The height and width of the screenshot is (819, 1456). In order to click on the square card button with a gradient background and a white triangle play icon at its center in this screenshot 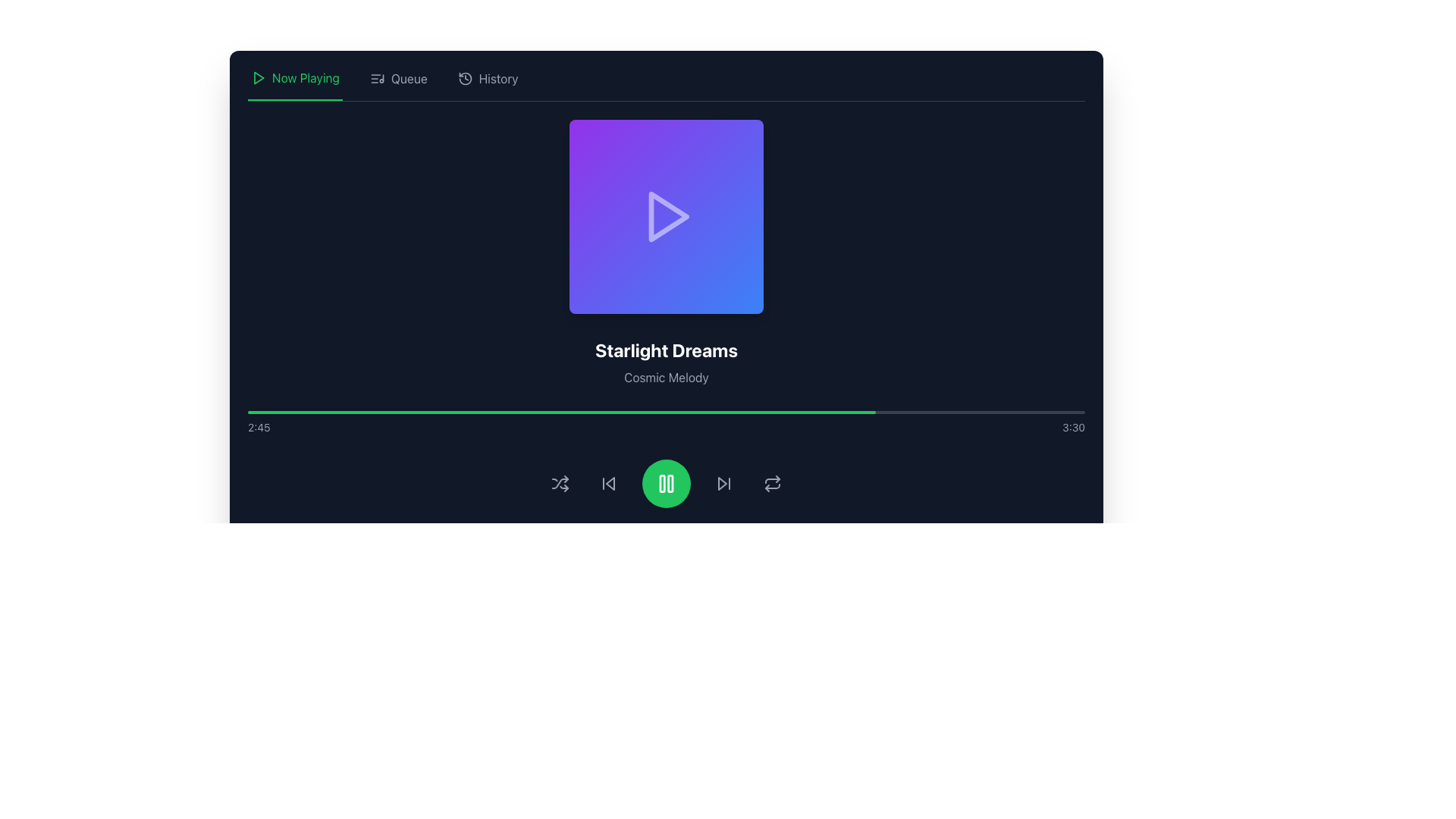, I will do `click(666, 216)`.